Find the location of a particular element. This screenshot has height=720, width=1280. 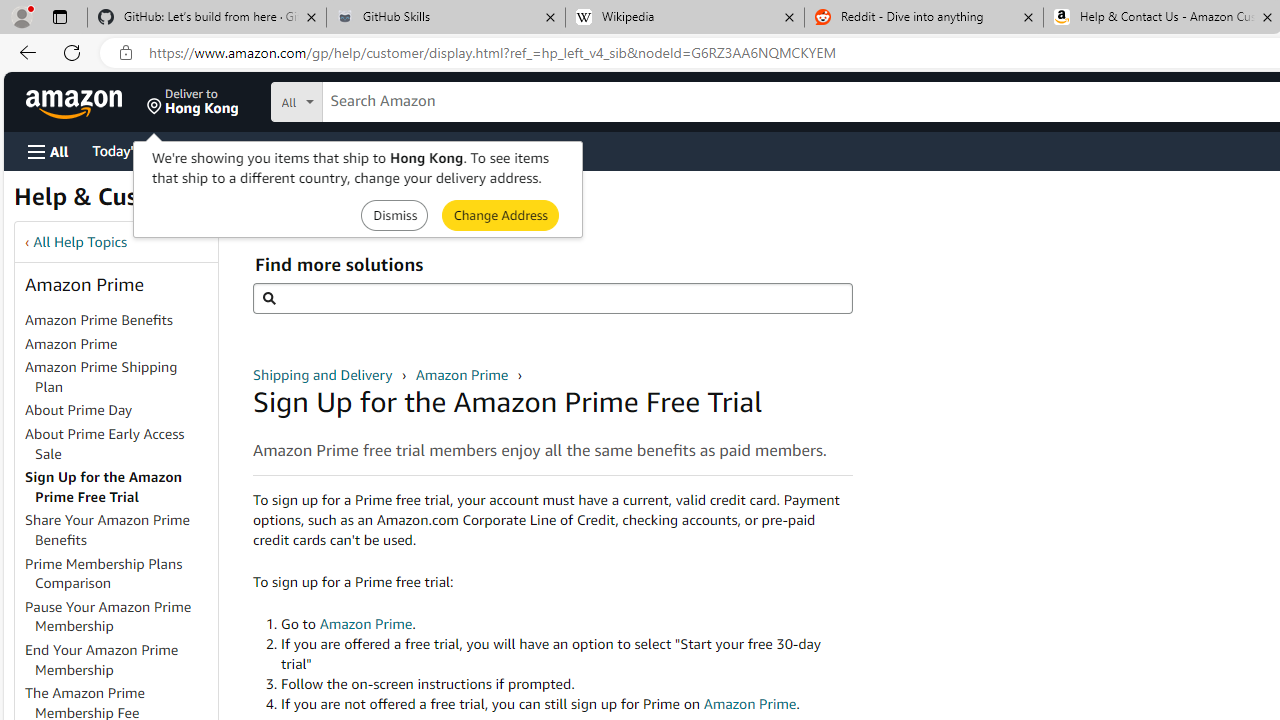

'Tab actions menu' is located at coordinates (59, 16).